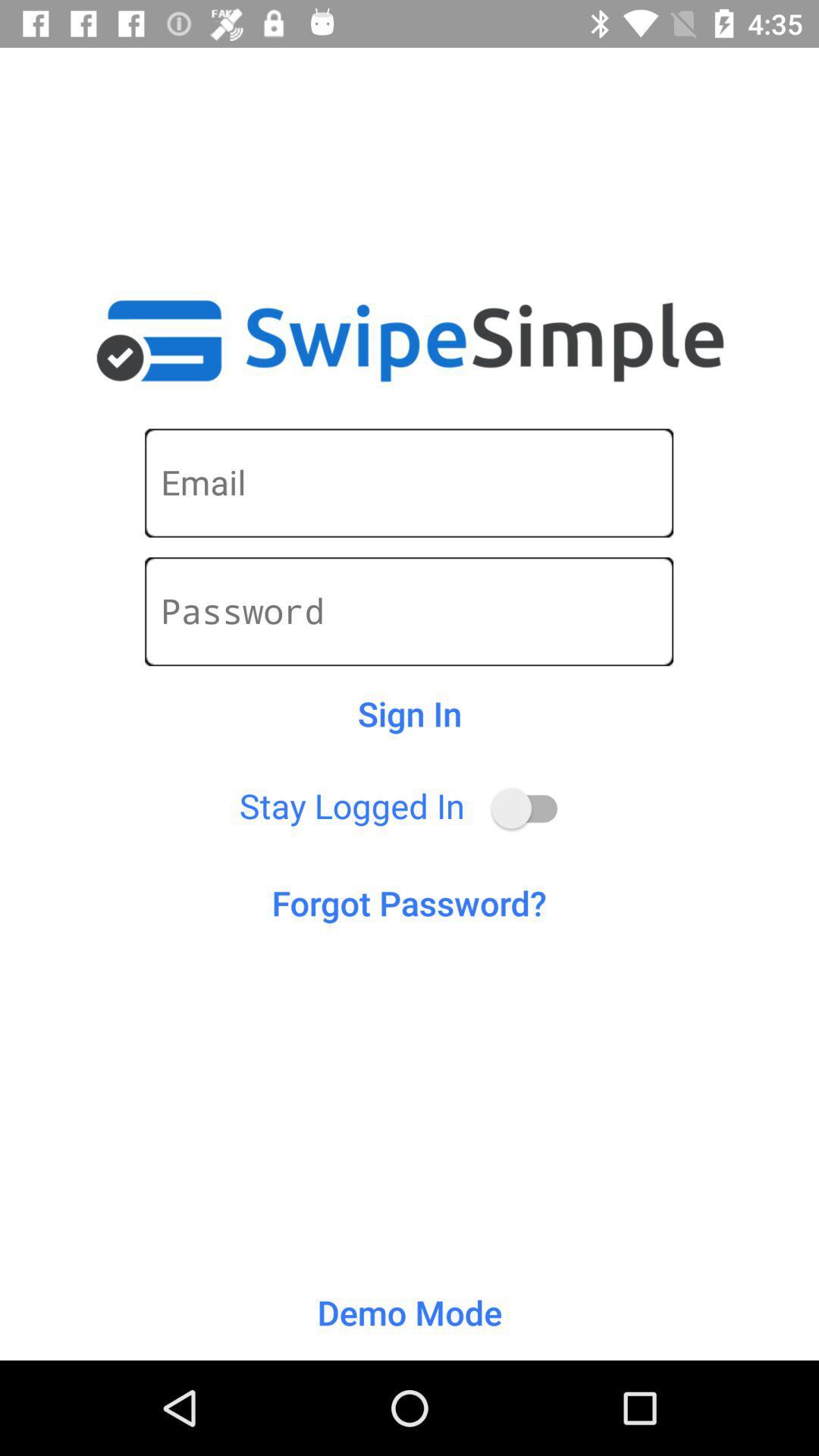 The width and height of the screenshot is (819, 1456). Describe the element at coordinates (531, 808) in the screenshot. I see `logged in option` at that location.